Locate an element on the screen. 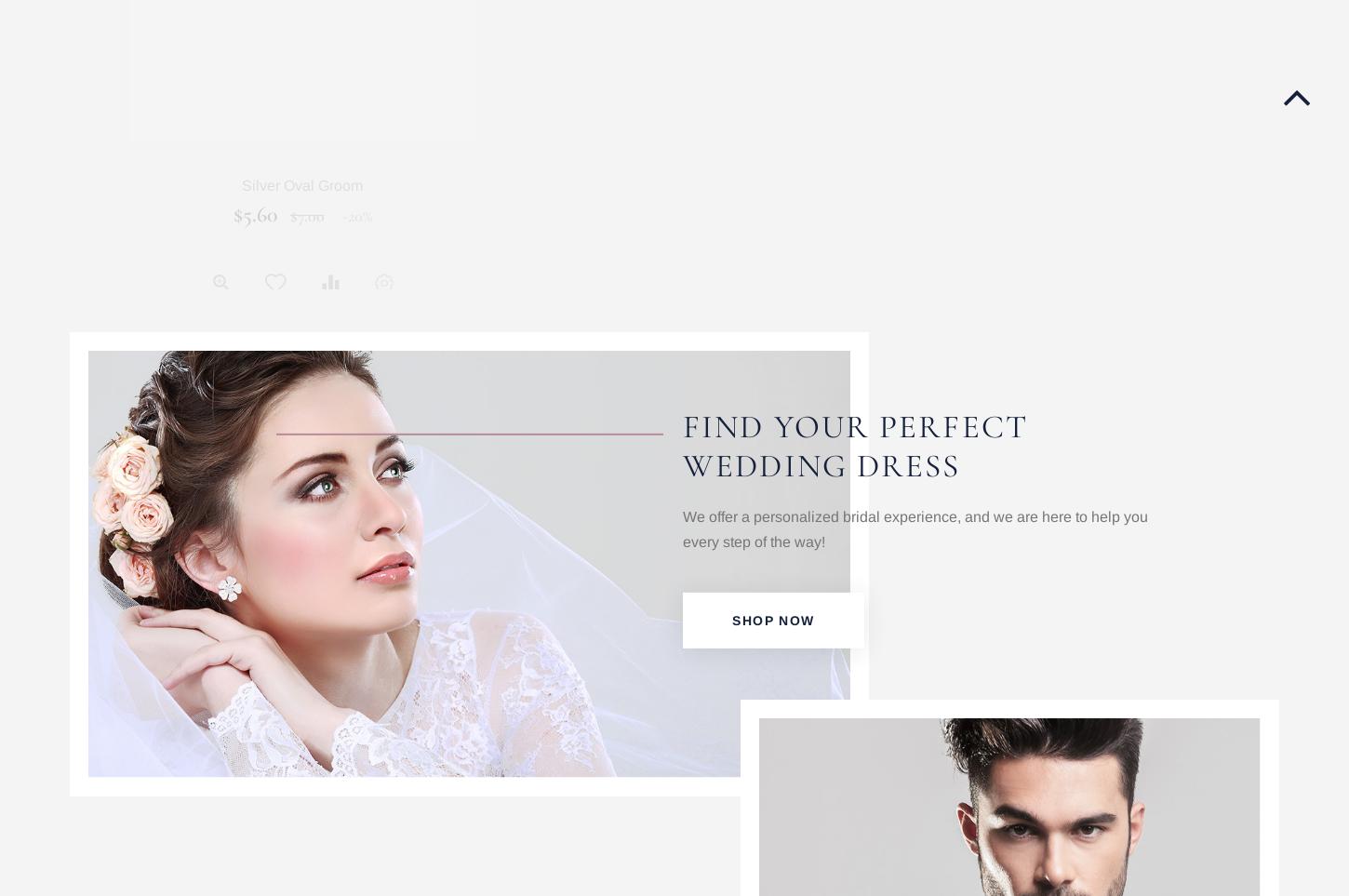 The width and height of the screenshot is (1349, 896). '$5.60' is located at coordinates (254, 213).